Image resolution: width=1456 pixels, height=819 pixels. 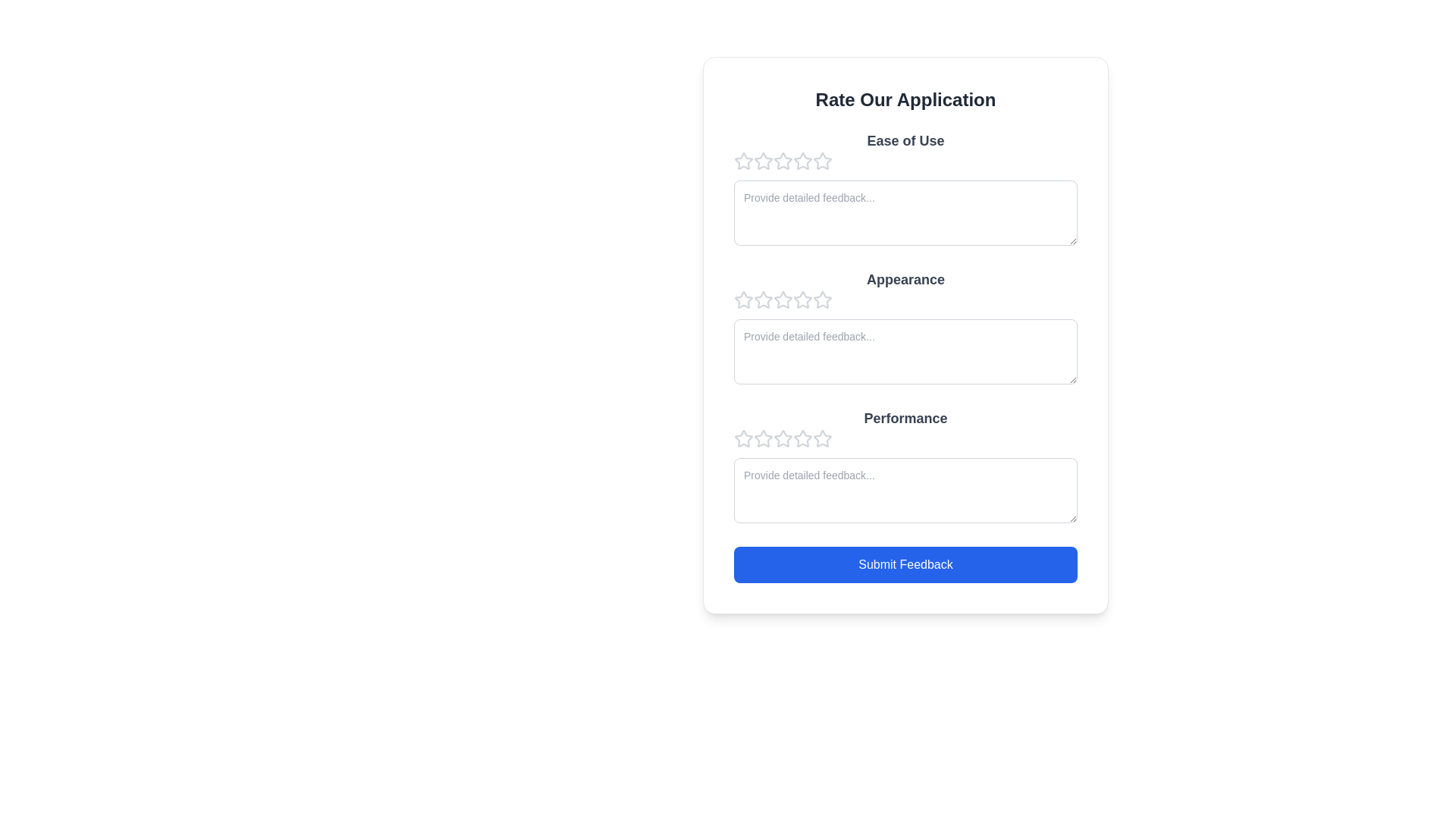 What do you see at coordinates (801, 438) in the screenshot?
I see `the third star from the left in the Performance rating section to set the rating to 3` at bounding box center [801, 438].